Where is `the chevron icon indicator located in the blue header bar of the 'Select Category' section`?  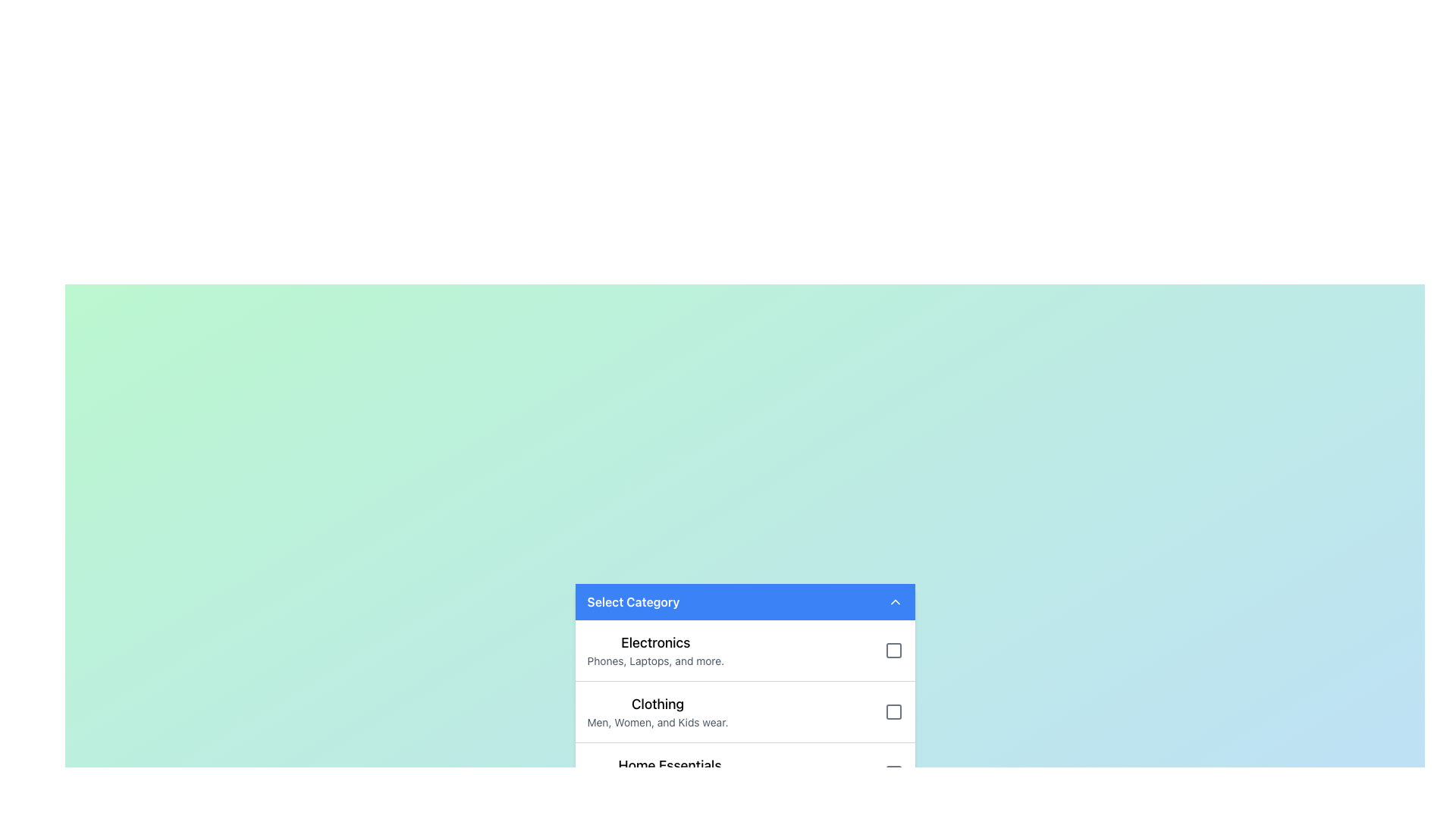 the chevron icon indicator located in the blue header bar of the 'Select Category' section is located at coordinates (895, 601).